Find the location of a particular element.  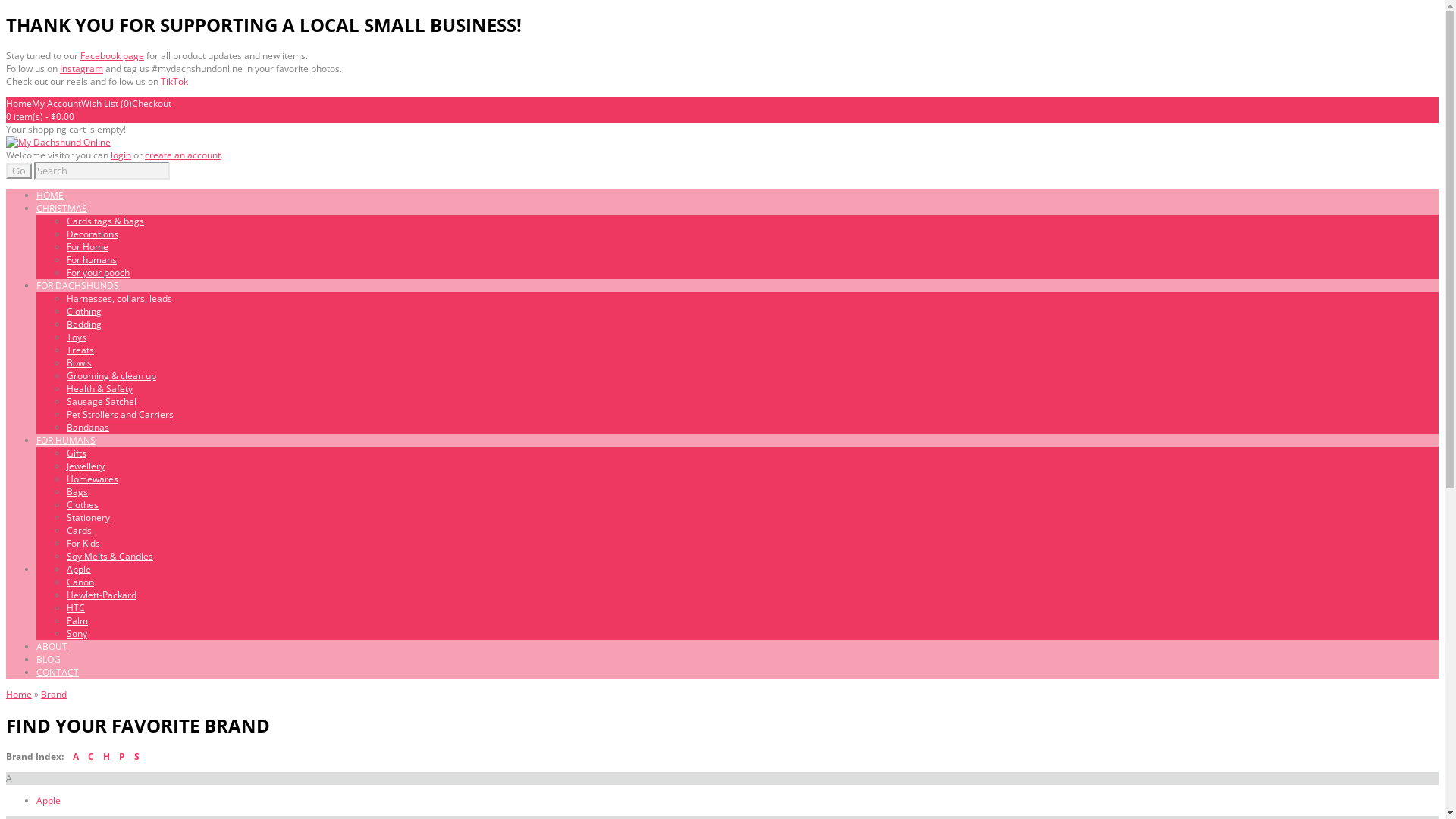

'Wish List (0)' is located at coordinates (105, 102).